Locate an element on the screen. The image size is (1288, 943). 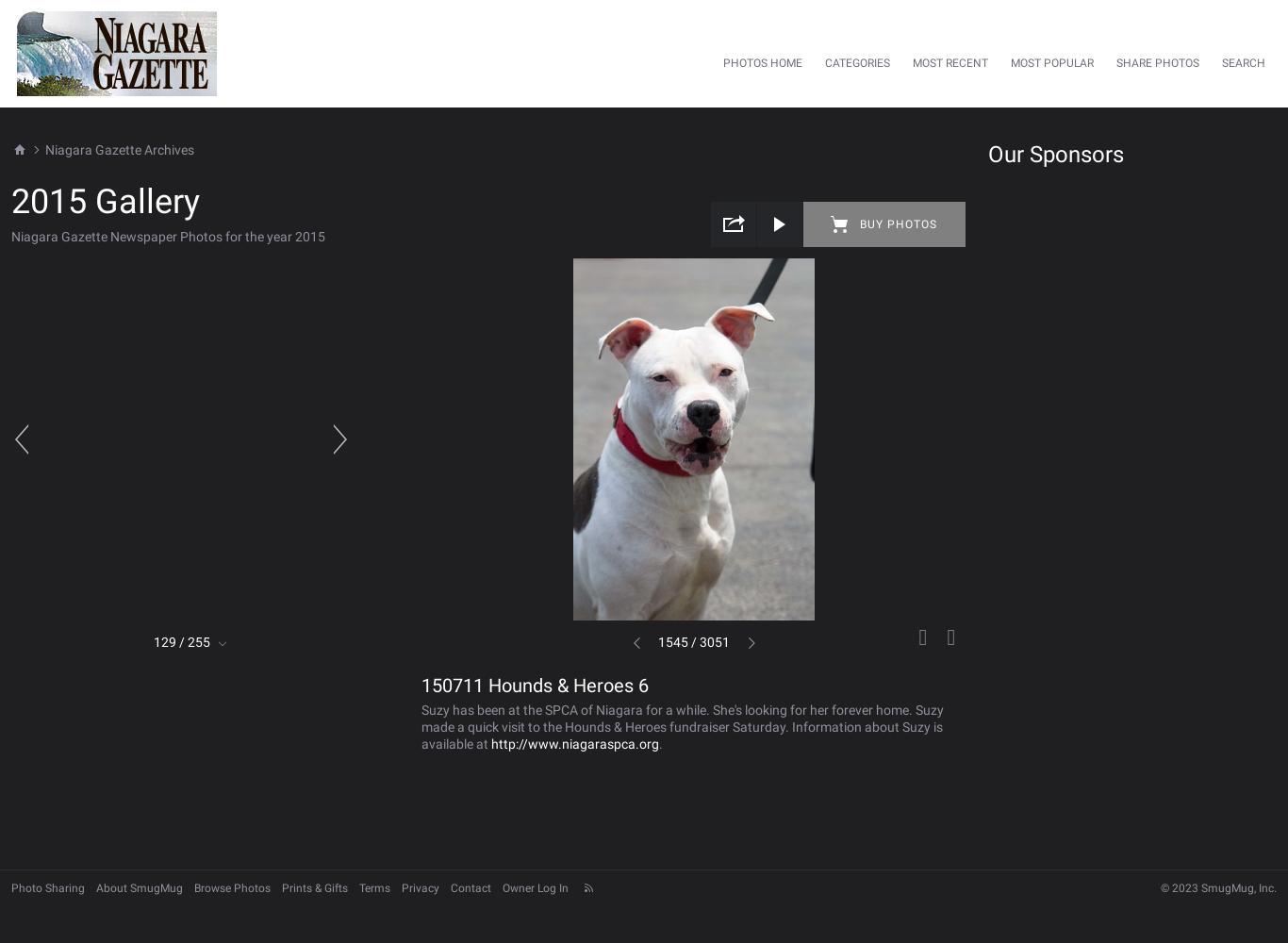
'Niagara Gazette Newspaper Photos for the year 2015' is located at coordinates (167, 236).